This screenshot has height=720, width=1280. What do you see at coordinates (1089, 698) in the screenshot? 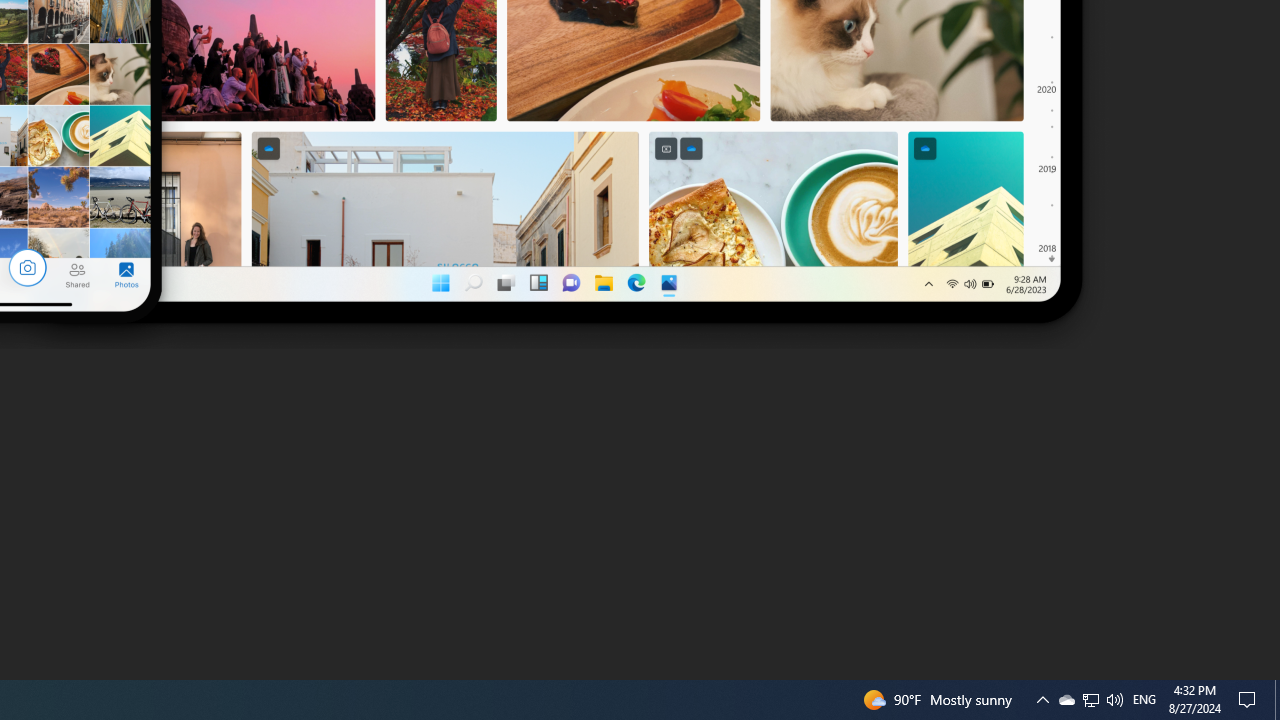
I see `'User Promoted Notification Area'` at bounding box center [1089, 698].